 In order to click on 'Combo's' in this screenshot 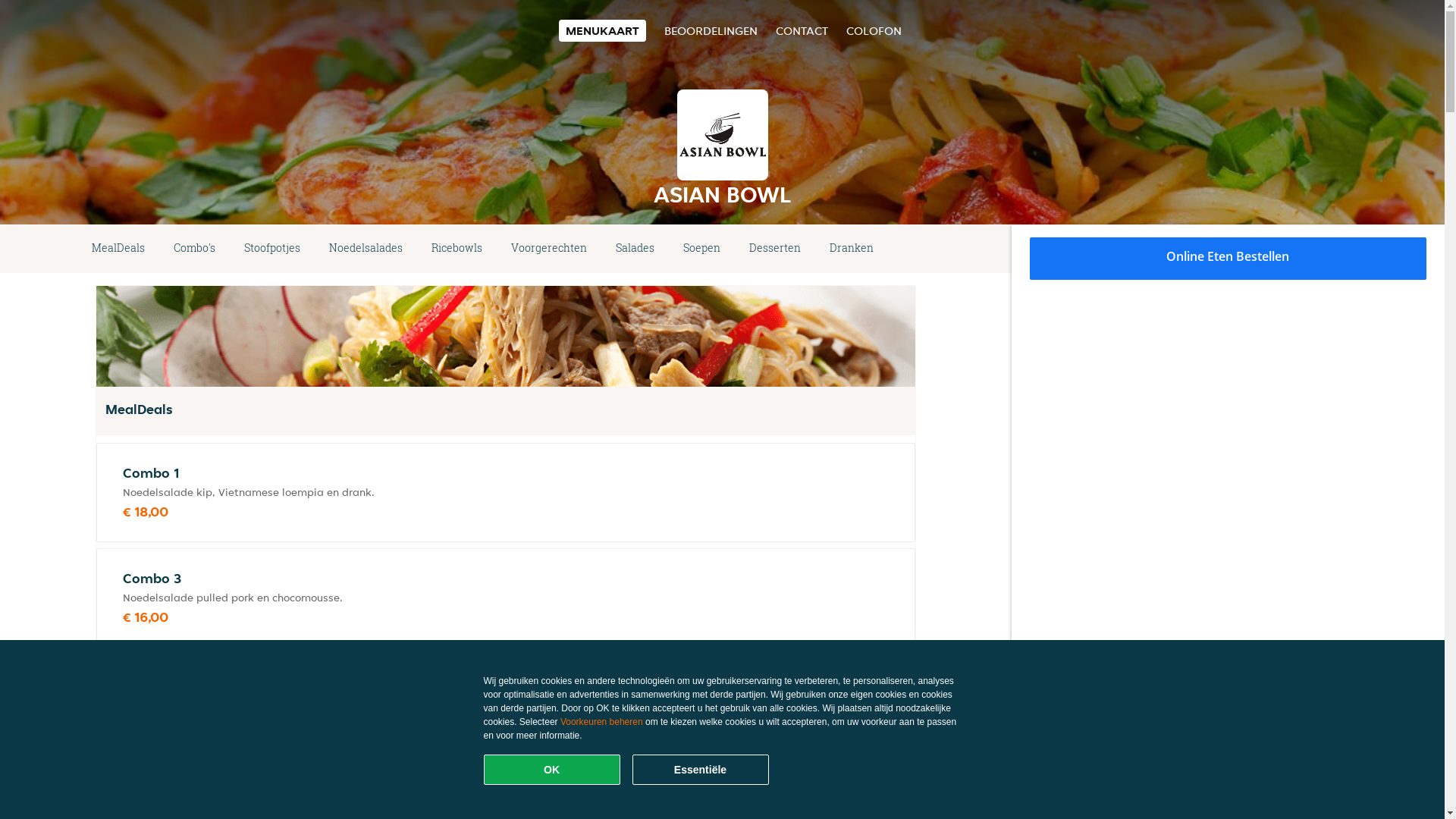, I will do `click(159, 247)`.